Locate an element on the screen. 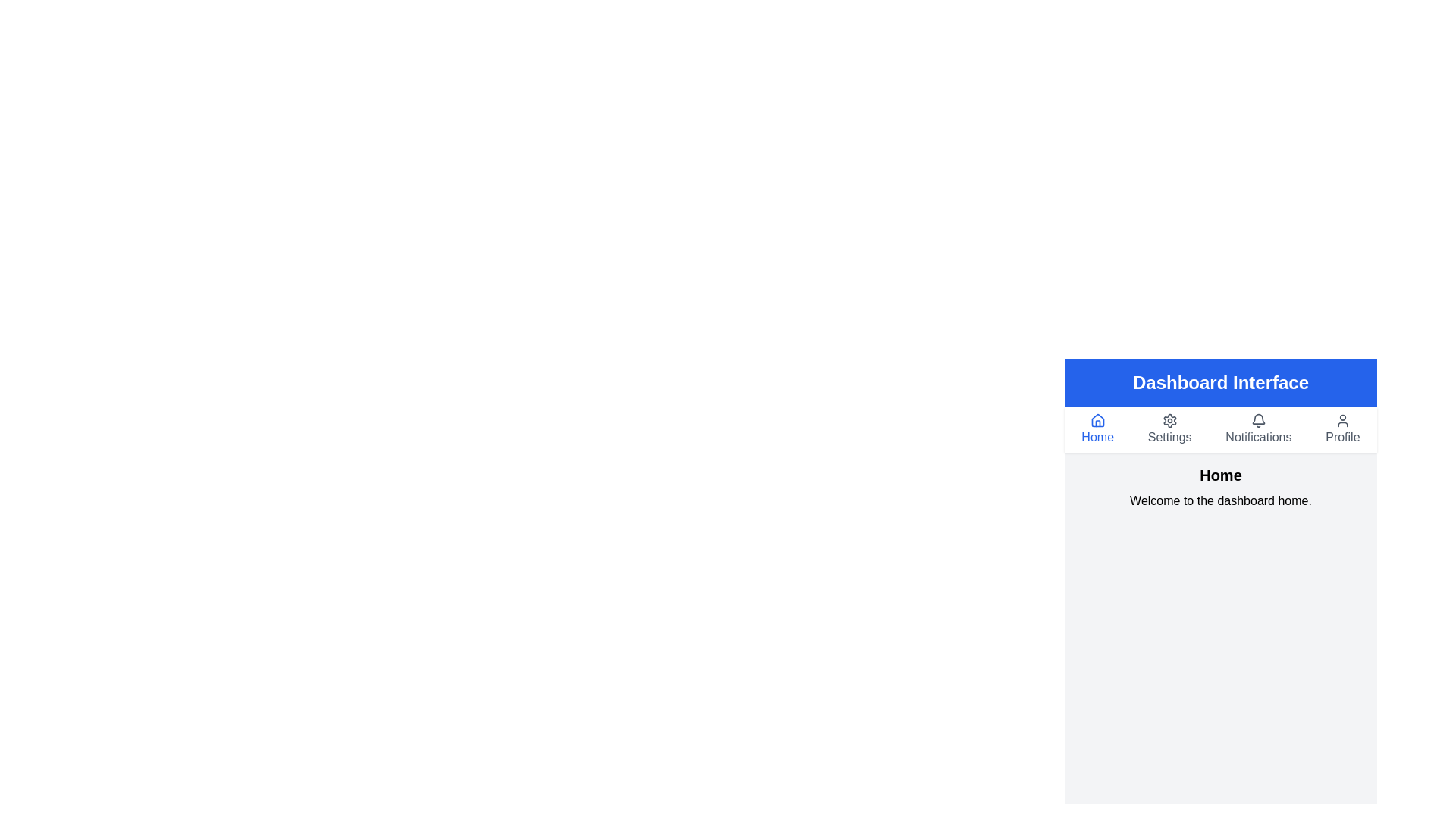  the 'Home' text label, which is displayed in blue and located below a house-shaped icon in the navigation tab of the Dashboard Interface is located at coordinates (1097, 438).